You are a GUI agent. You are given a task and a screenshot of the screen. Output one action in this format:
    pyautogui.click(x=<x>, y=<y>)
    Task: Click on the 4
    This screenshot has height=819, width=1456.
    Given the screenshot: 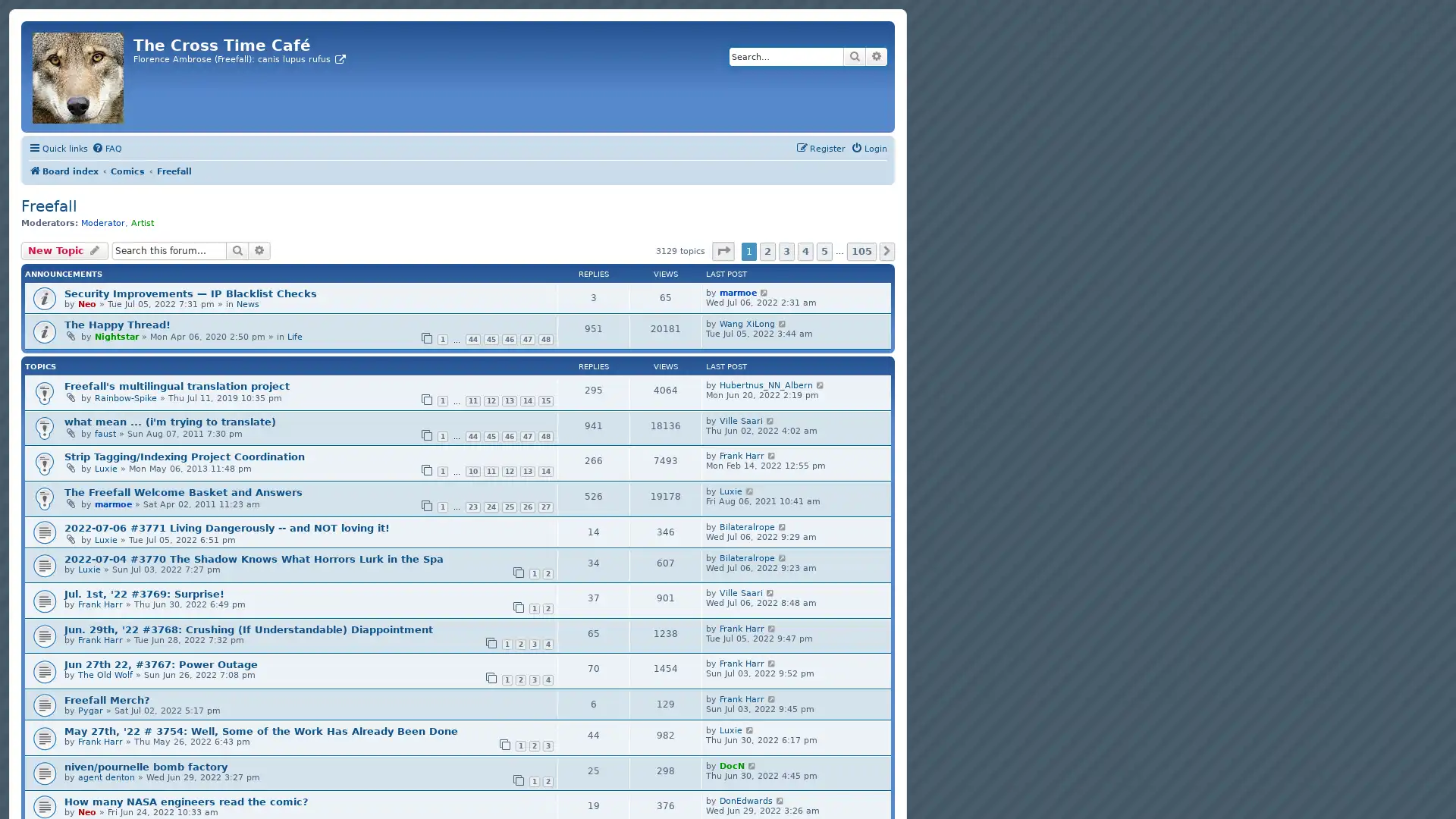 What is the action you would take?
    pyautogui.click(x=805, y=250)
    